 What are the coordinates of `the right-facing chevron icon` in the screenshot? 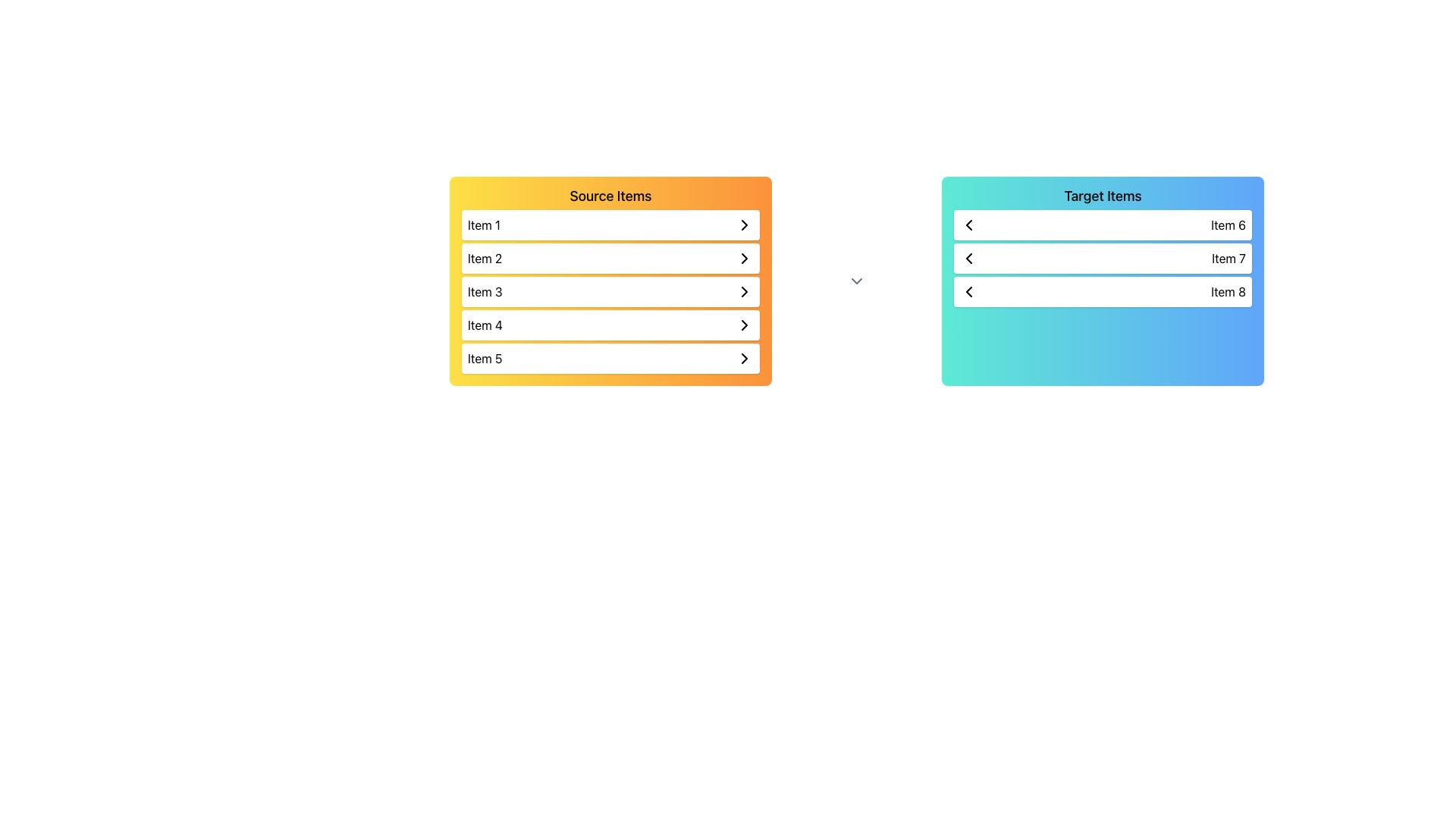 It's located at (744, 225).